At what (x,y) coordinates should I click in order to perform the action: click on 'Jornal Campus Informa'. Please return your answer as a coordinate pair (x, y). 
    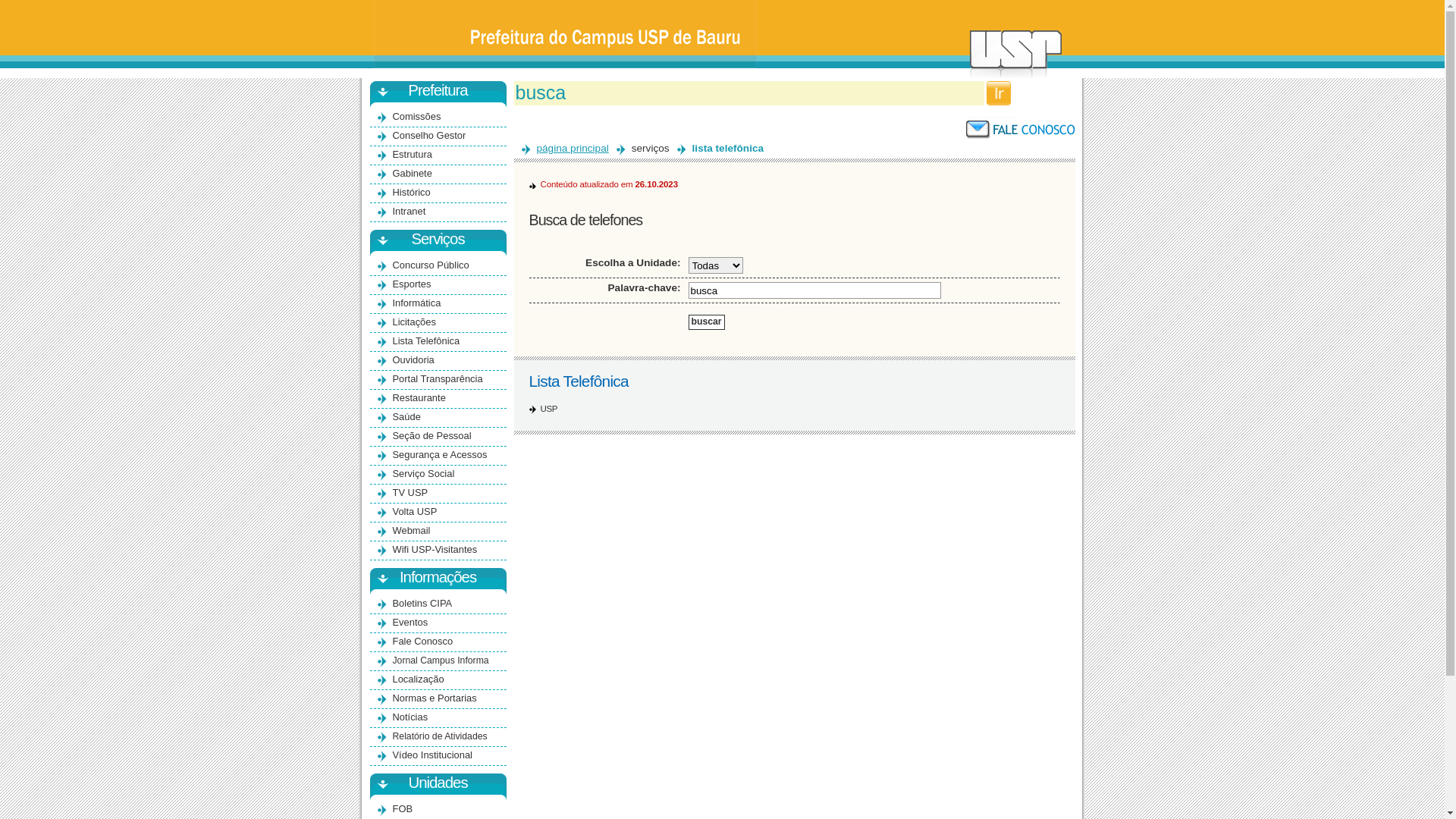
    Looking at the image, I should click on (440, 660).